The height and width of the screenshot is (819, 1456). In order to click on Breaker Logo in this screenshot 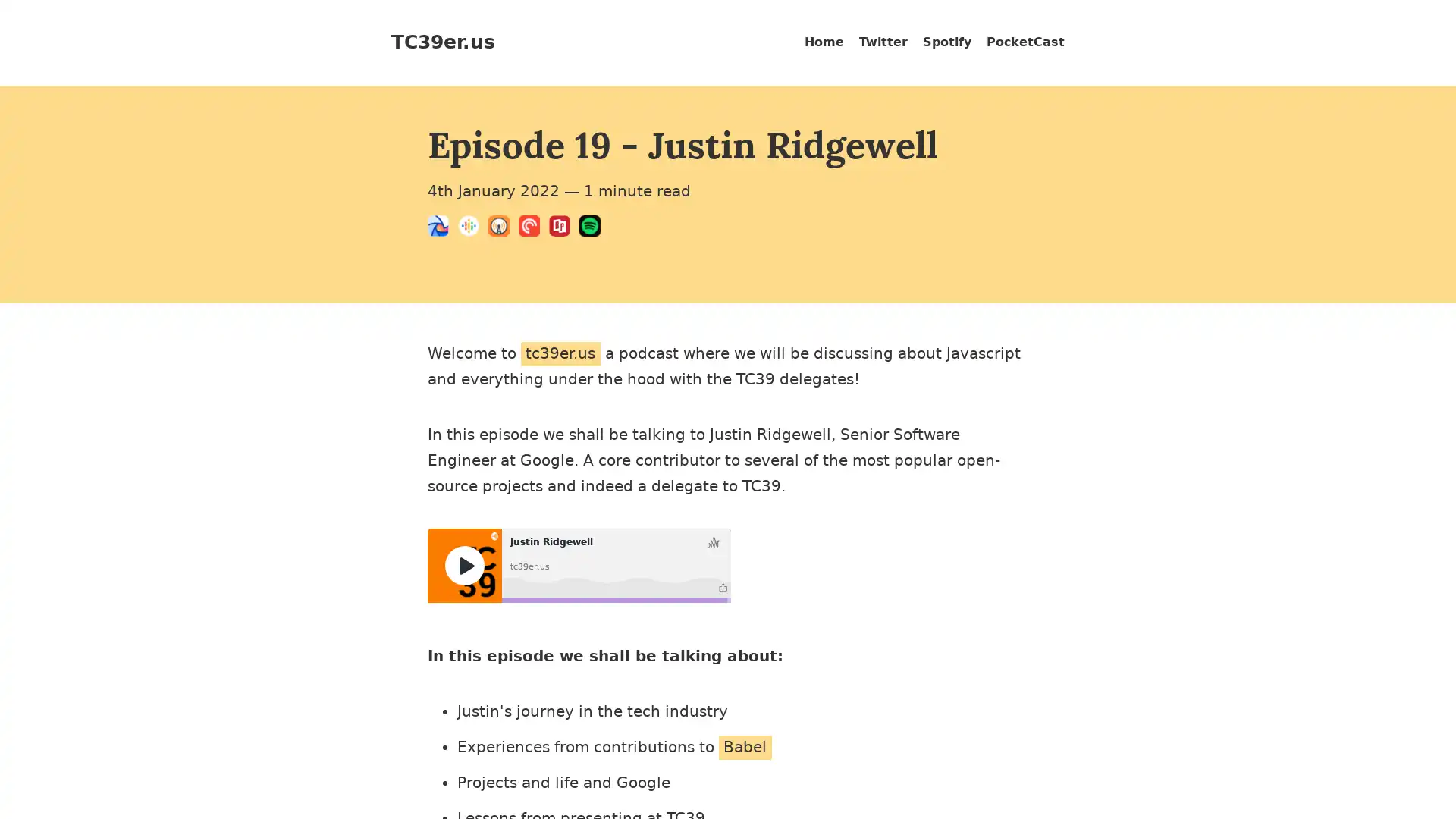, I will do `click(442, 228)`.